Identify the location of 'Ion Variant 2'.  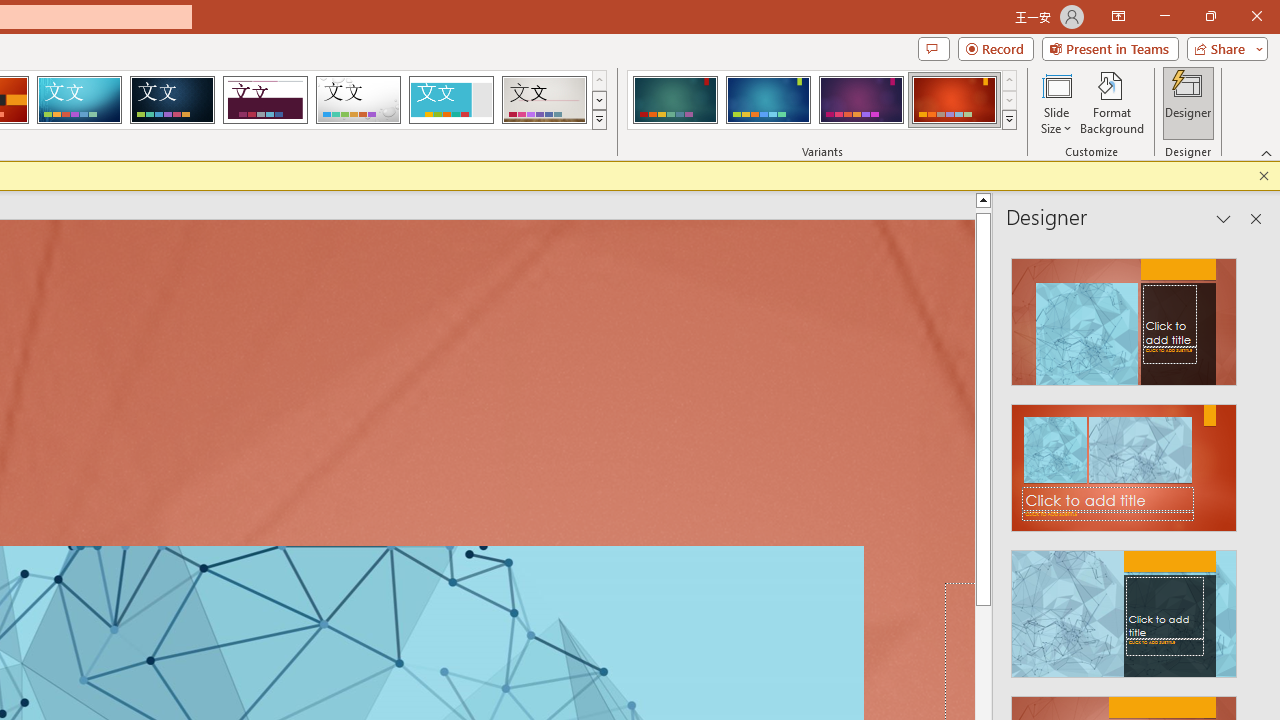
(767, 100).